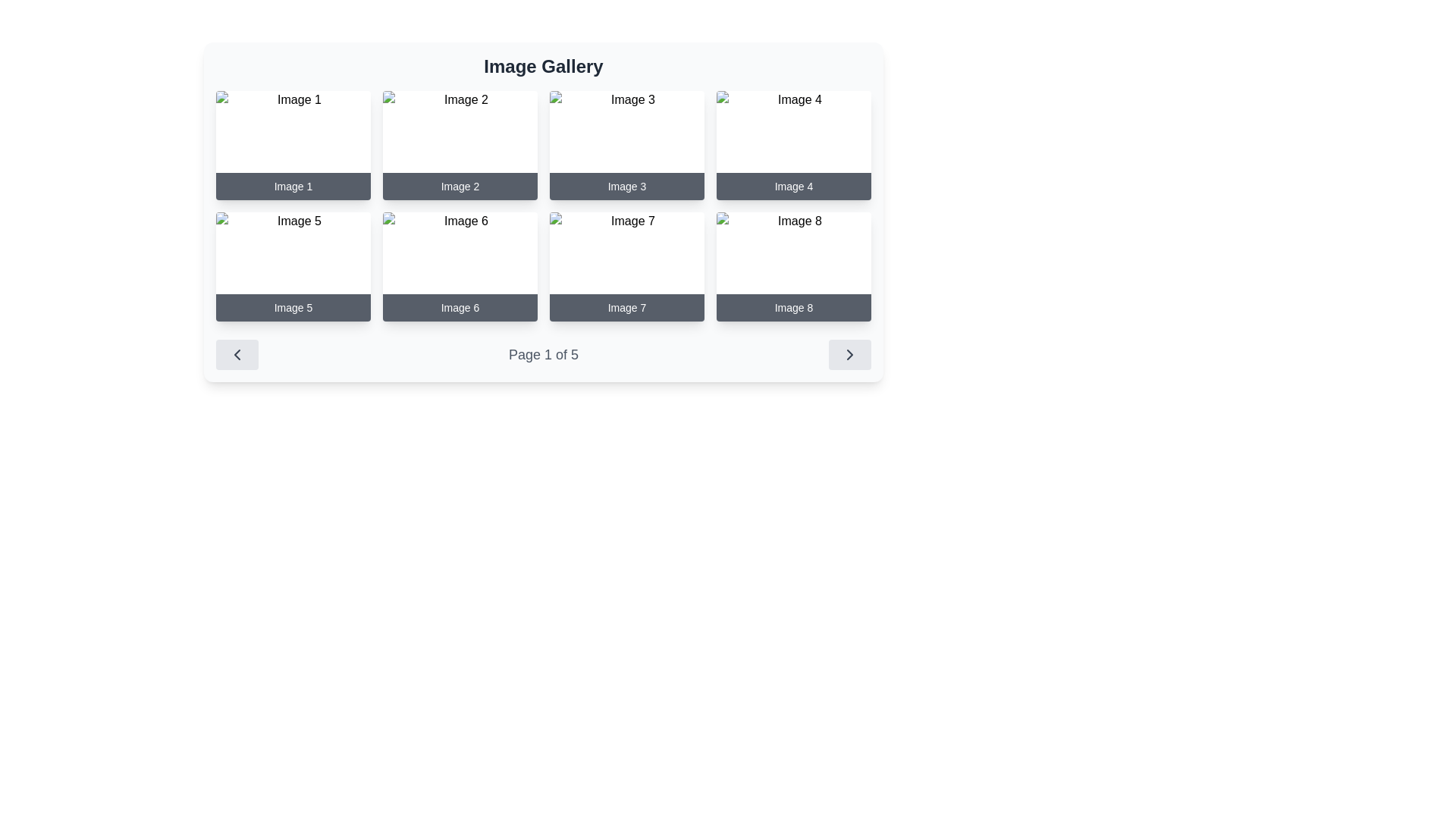 The image size is (1456, 819). What do you see at coordinates (459, 186) in the screenshot?
I see `the text label located at the bottom section of the card labeled 'Image 2', which is positioned in the top row, second from the left in a 2x4 grid layout` at bounding box center [459, 186].